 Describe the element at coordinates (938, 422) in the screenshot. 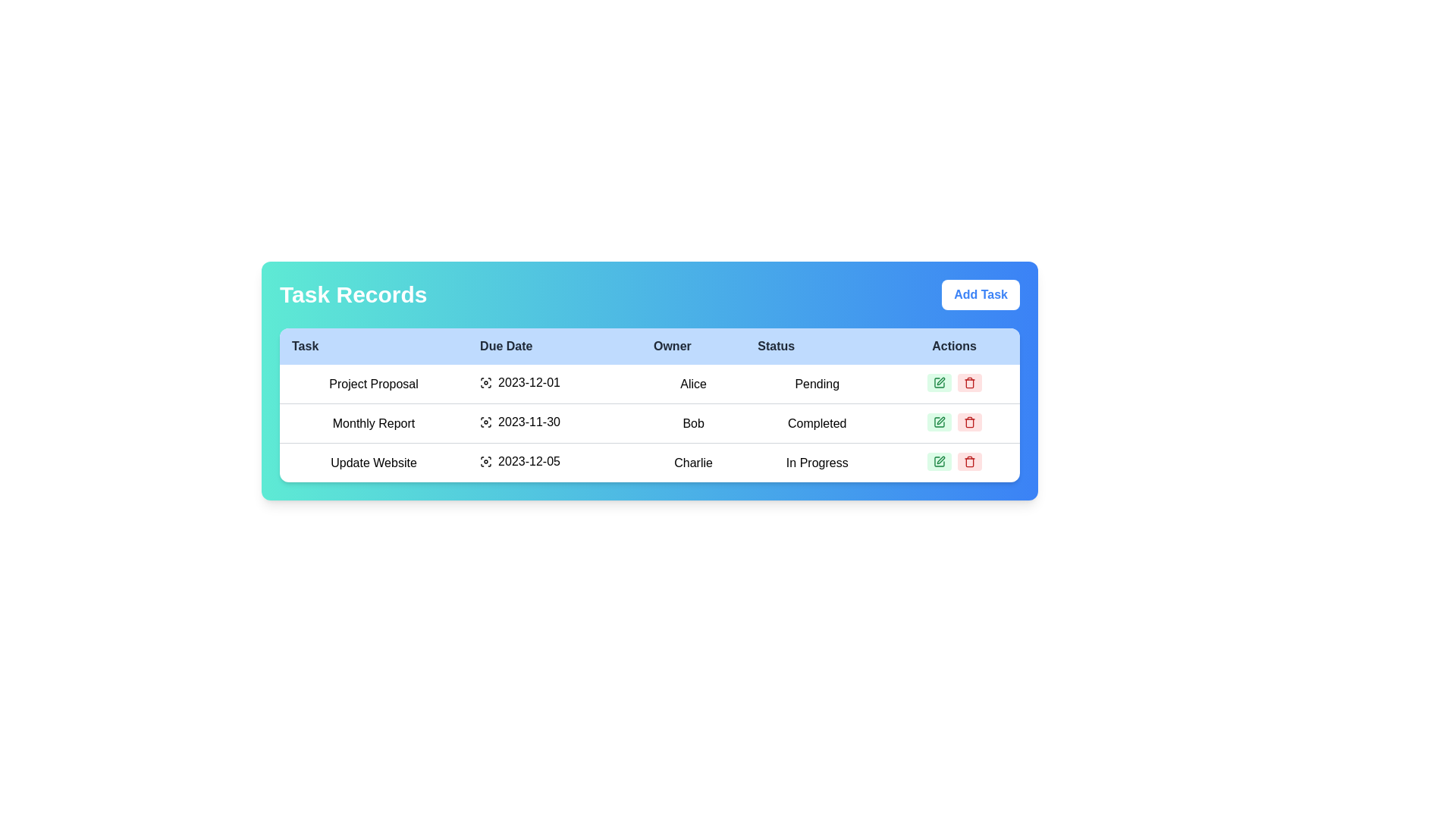

I see `the green square icon with a pen symbol located in the 'Actions' column of the third row, next to the red trash bin icon` at that location.